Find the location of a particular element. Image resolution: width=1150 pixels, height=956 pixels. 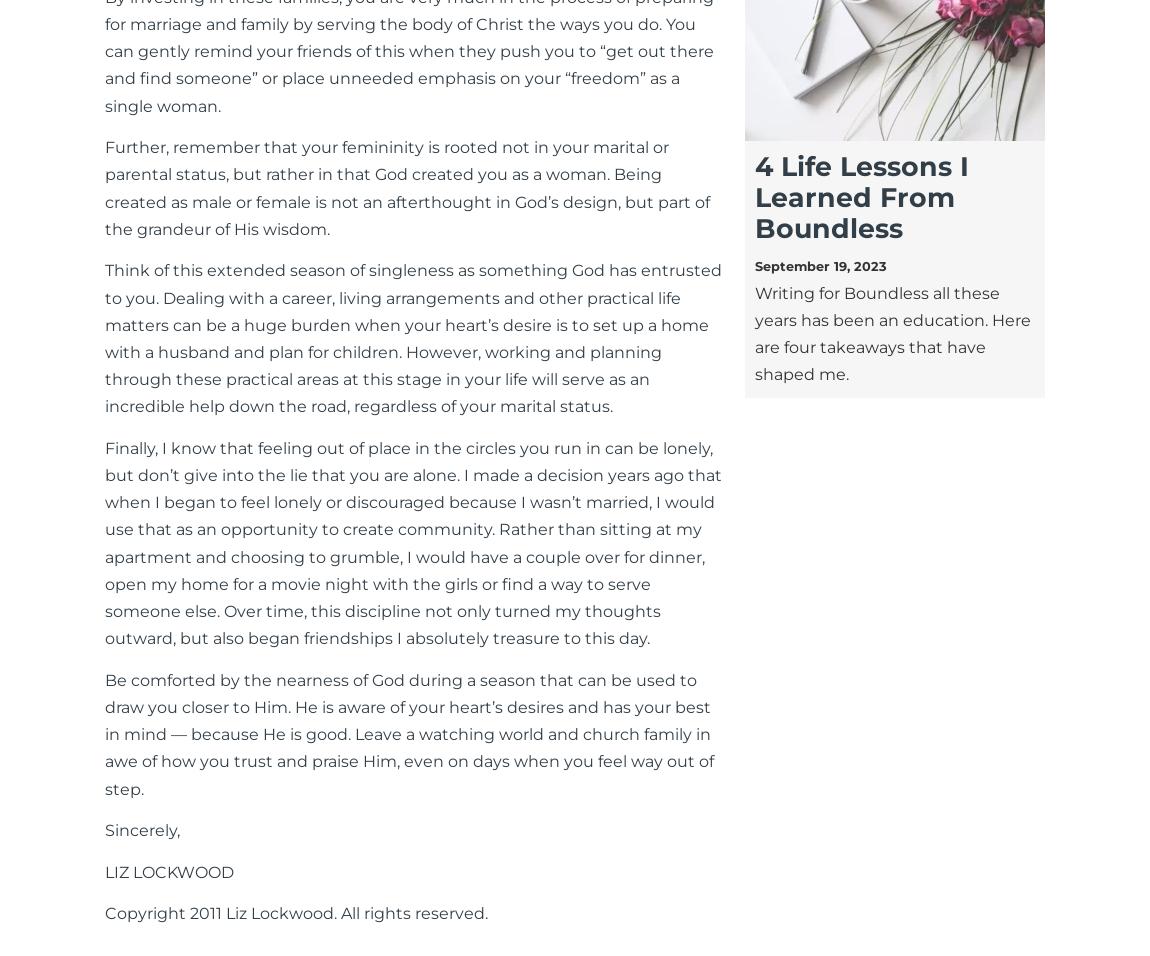

'Sincerely,' is located at coordinates (141, 829).